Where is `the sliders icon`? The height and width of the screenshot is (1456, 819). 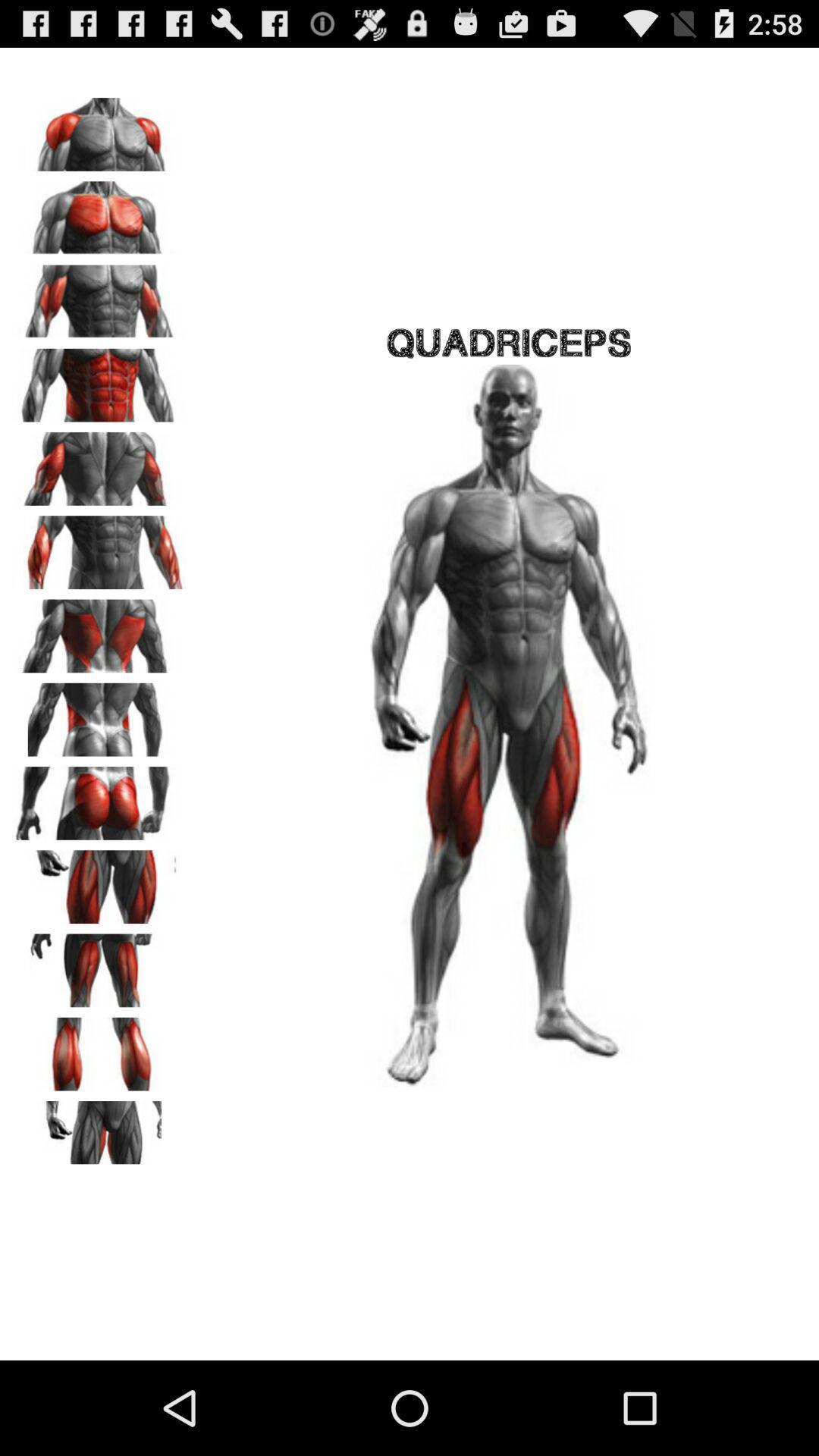 the sliders icon is located at coordinates (99, 1211).